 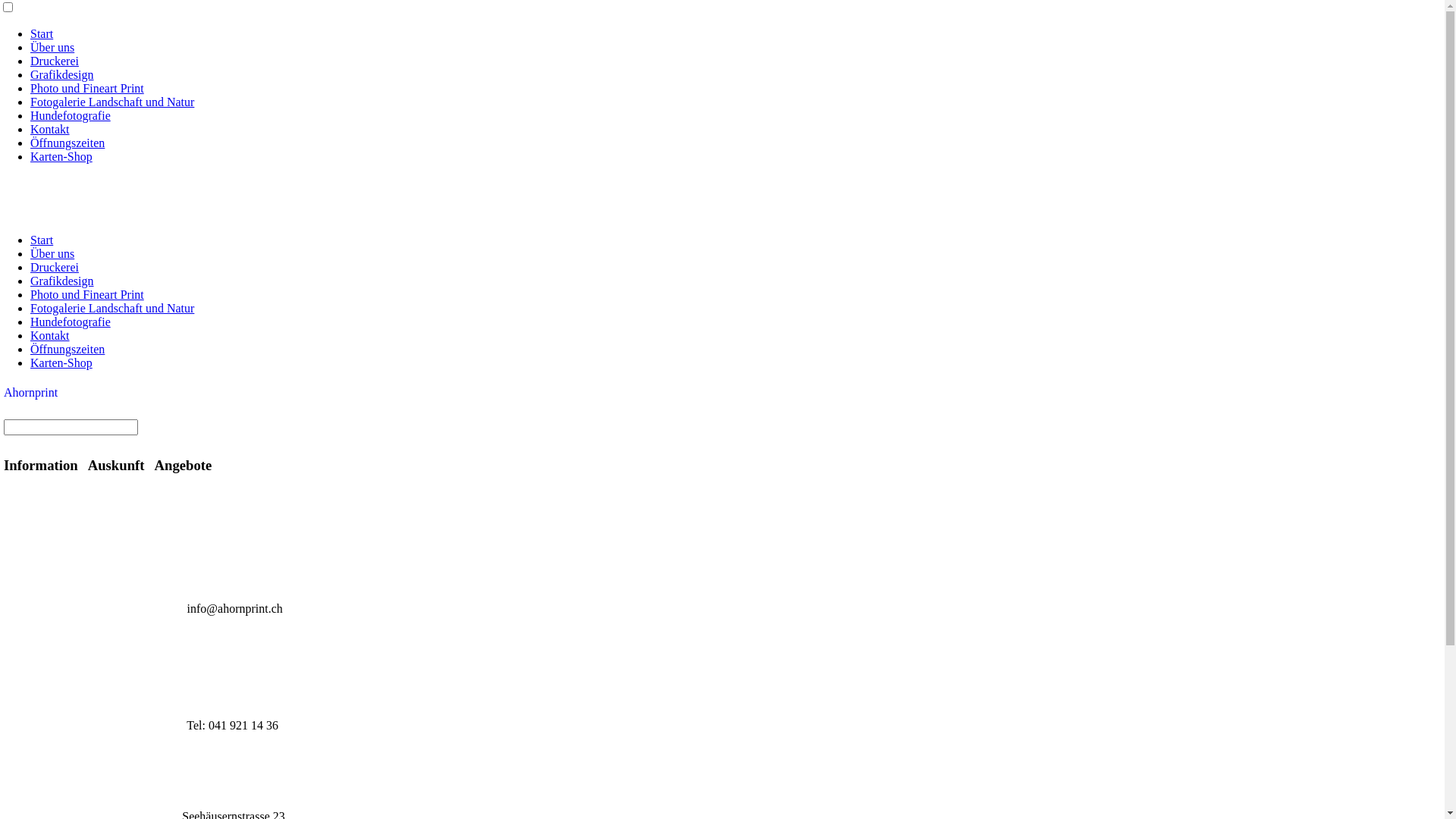 I want to click on 'Karten-Shop', so click(x=61, y=156).